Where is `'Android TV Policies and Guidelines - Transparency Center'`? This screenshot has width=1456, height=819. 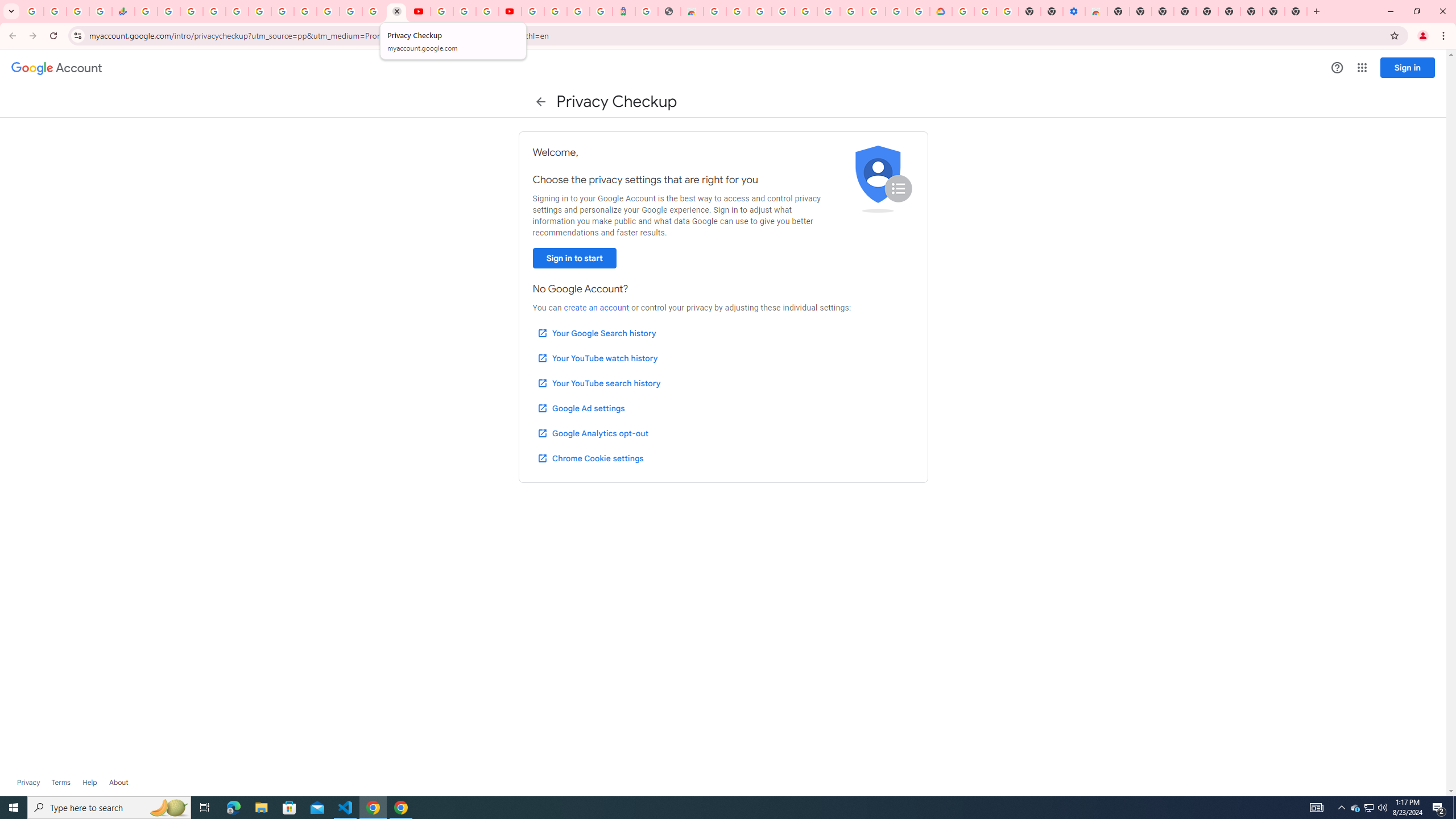
'Android TV Policies and Guidelines - Transparency Center' is located at coordinates (282, 11).